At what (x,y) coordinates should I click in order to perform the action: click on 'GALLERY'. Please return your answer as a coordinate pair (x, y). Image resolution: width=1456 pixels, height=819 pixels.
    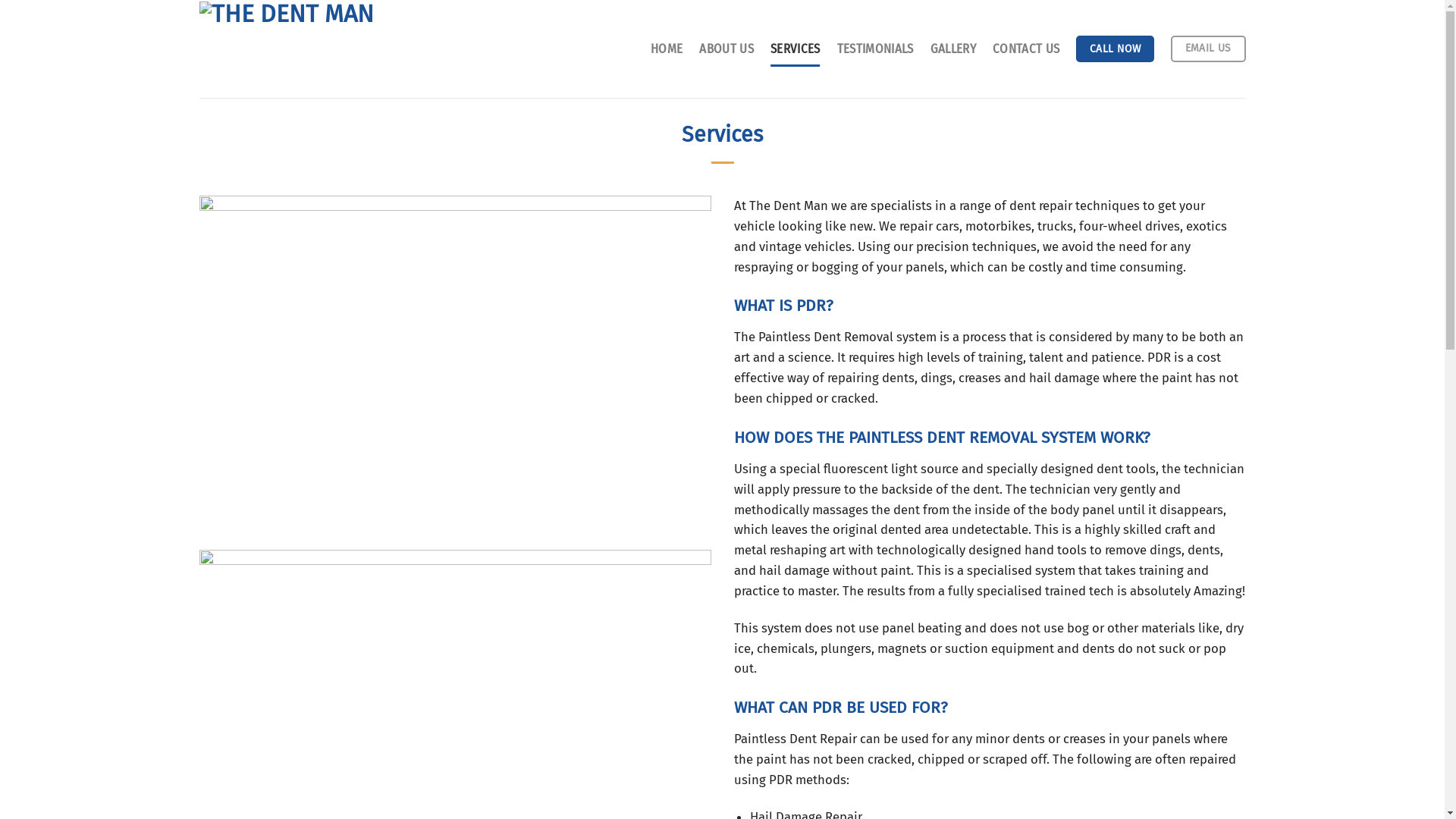
    Looking at the image, I should click on (930, 48).